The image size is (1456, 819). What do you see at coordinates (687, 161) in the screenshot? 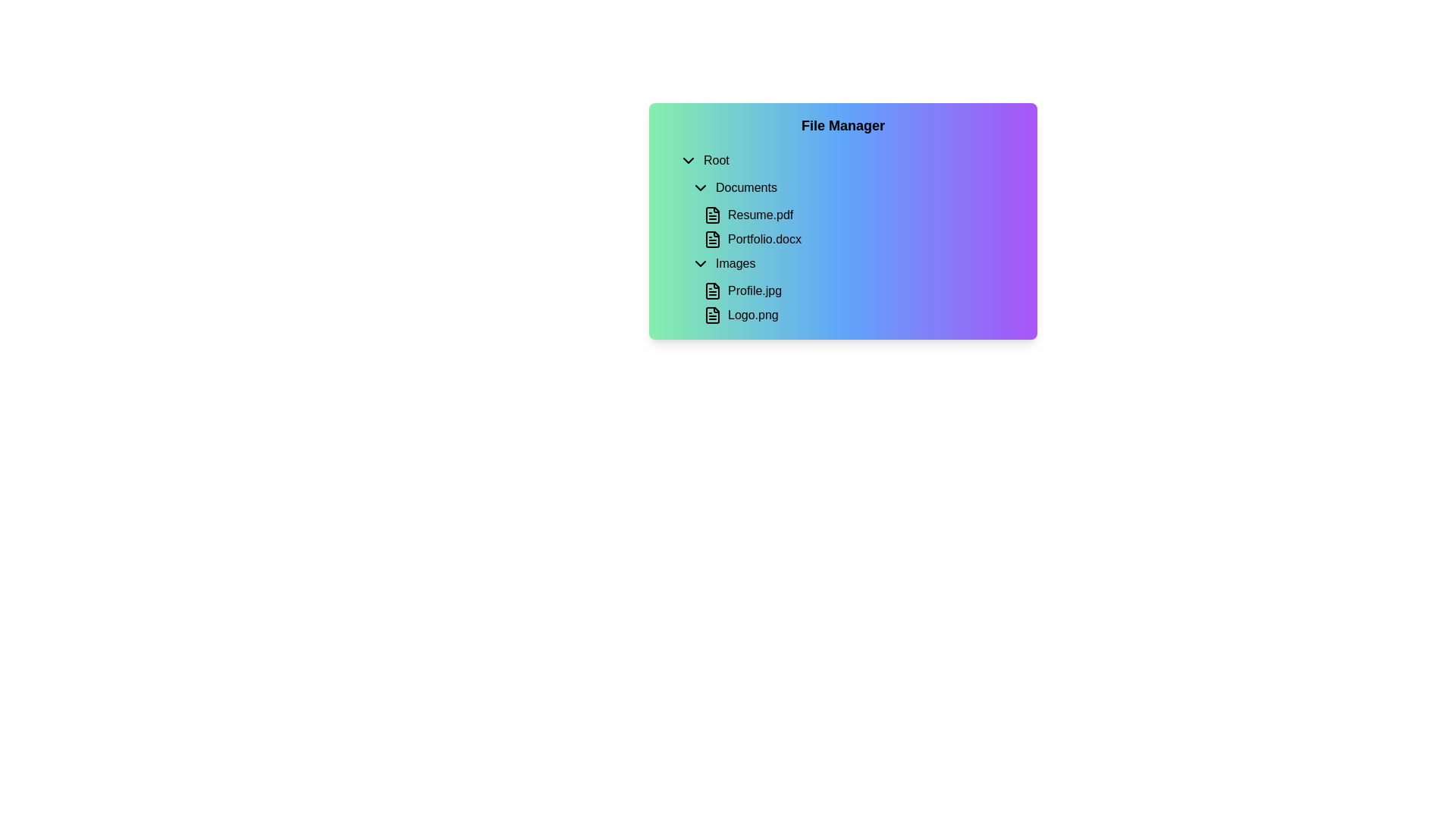
I see `the Dropdown Icon located to the immediate left of the text 'Root'` at bounding box center [687, 161].